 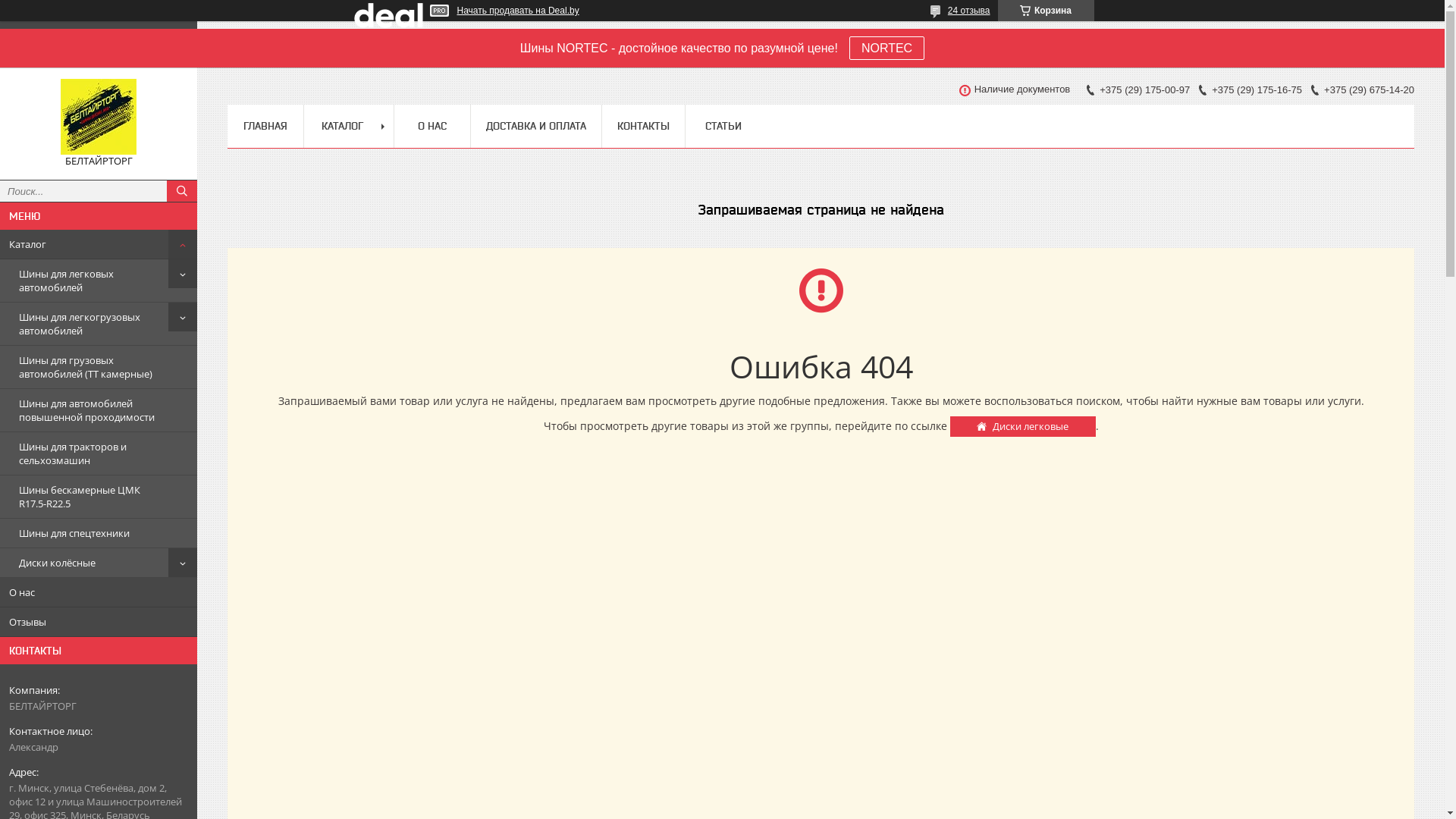 I want to click on 'NORTEC', so click(x=848, y=47).